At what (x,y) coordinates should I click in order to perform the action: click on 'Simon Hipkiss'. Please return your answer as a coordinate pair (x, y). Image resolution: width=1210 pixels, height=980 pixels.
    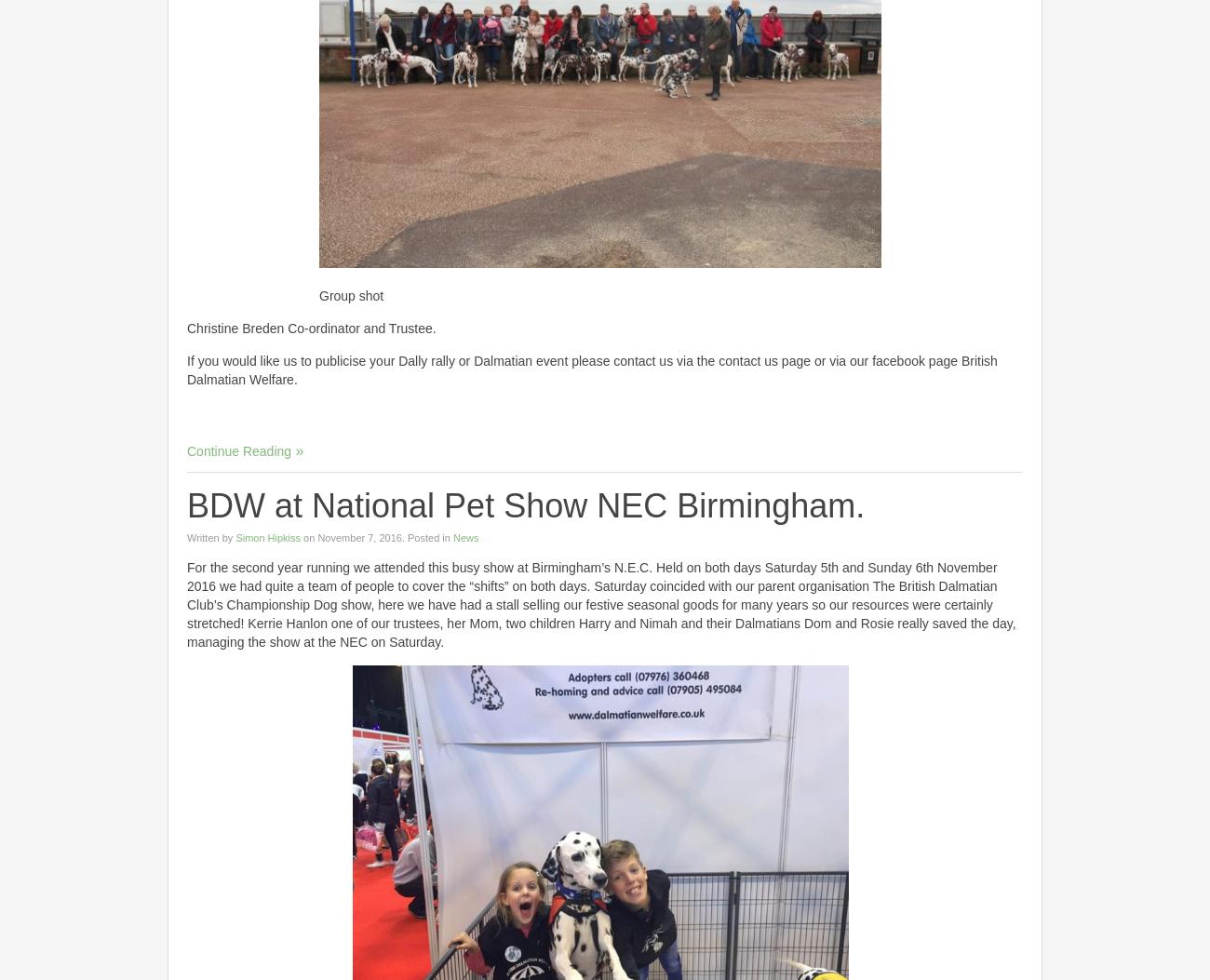
    Looking at the image, I should click on (267, 537).